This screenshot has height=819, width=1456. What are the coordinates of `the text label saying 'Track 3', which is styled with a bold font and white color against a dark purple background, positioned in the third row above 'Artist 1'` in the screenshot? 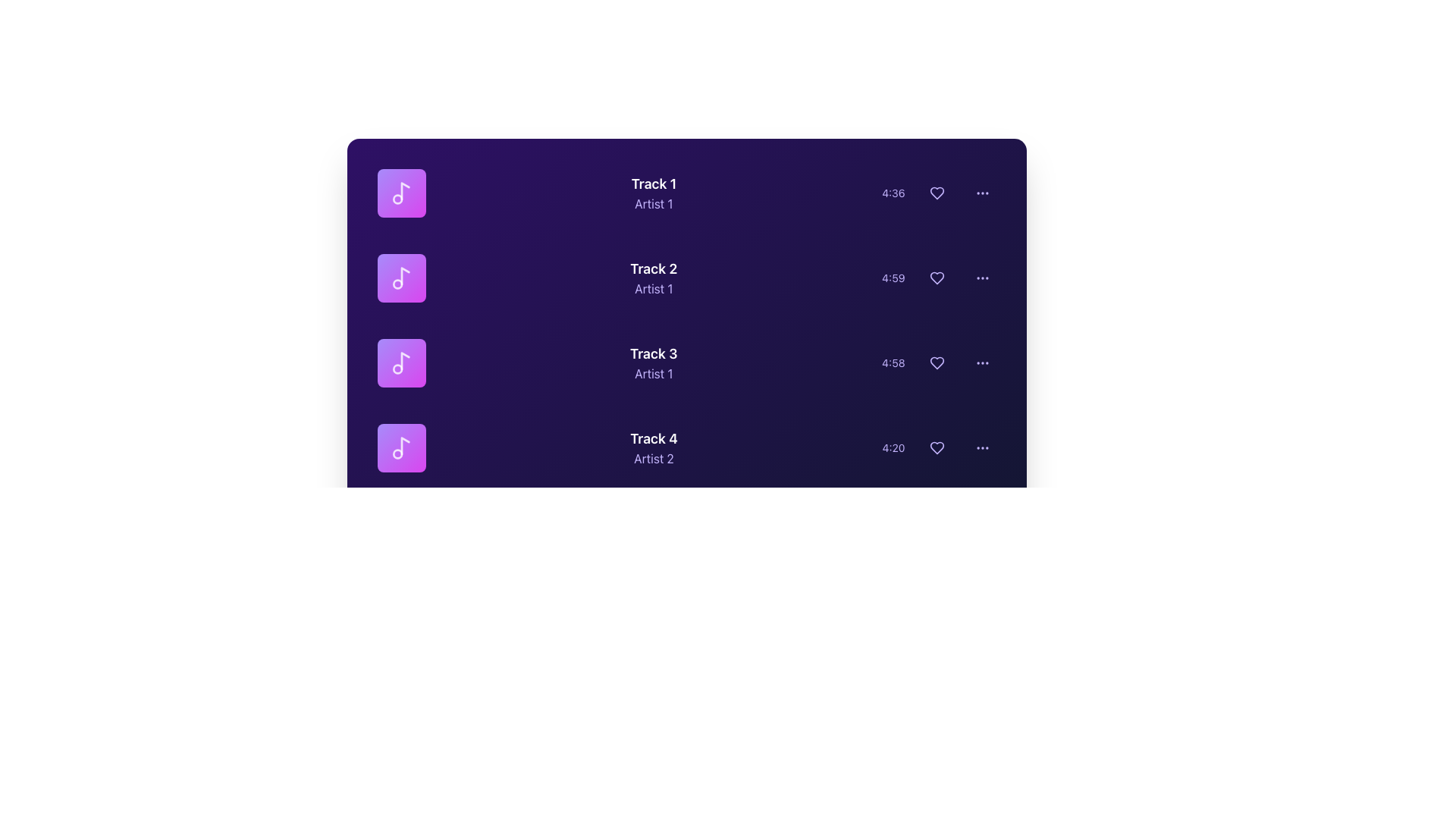 It's located at (654, 353).